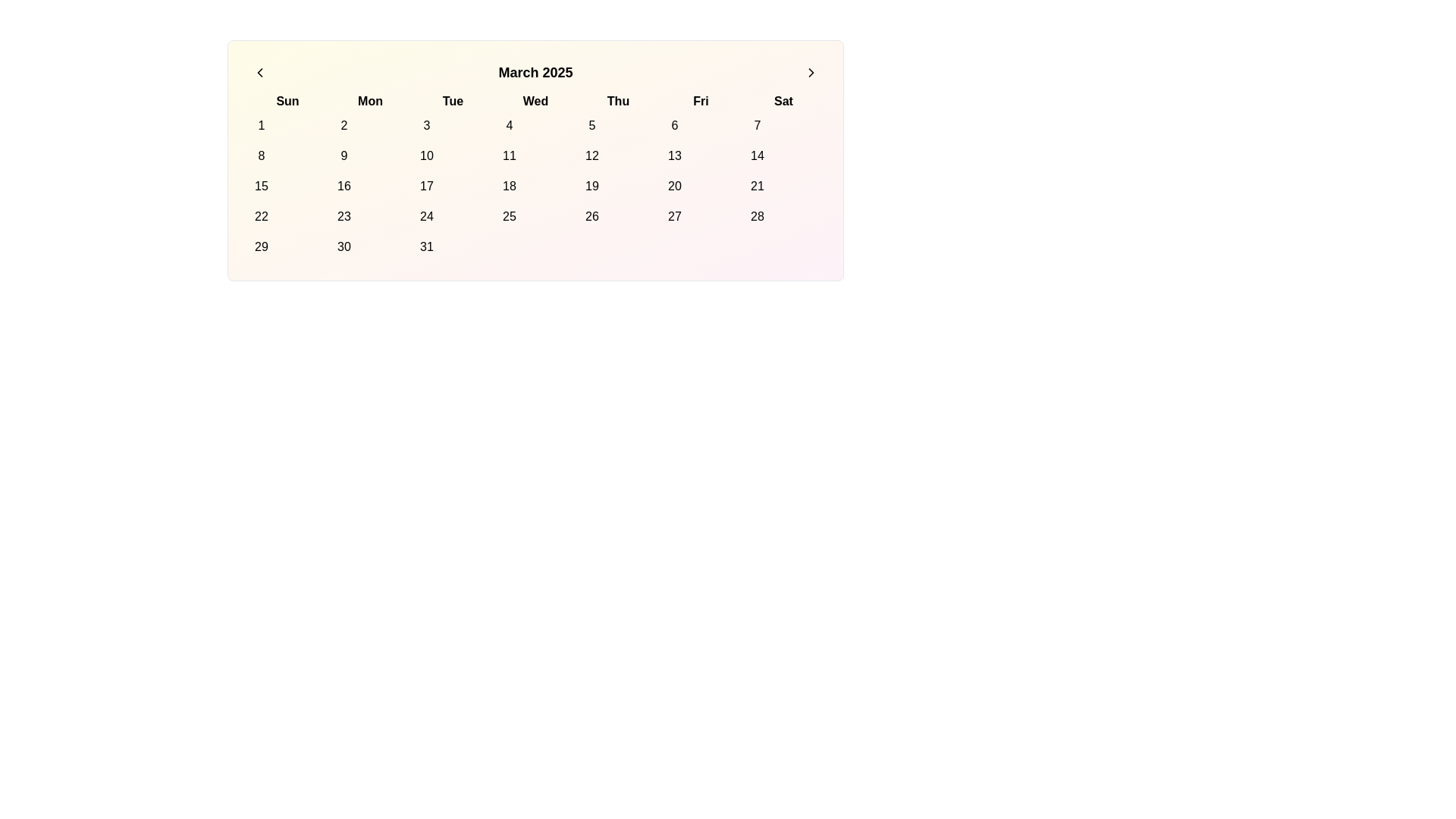  I want to click on the button for the 30th day of the calendar, so click(344, 246).